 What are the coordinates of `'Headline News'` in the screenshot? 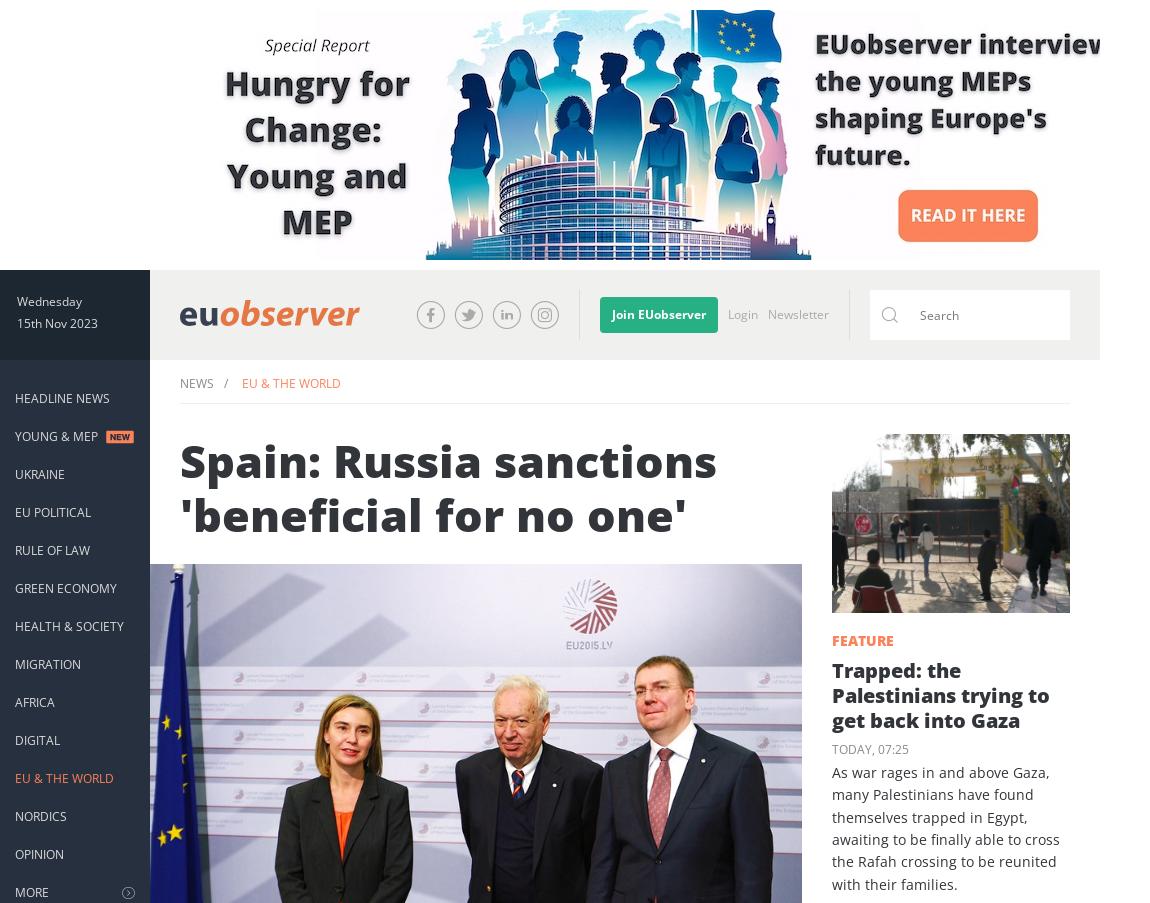 It's located at (61, 397).